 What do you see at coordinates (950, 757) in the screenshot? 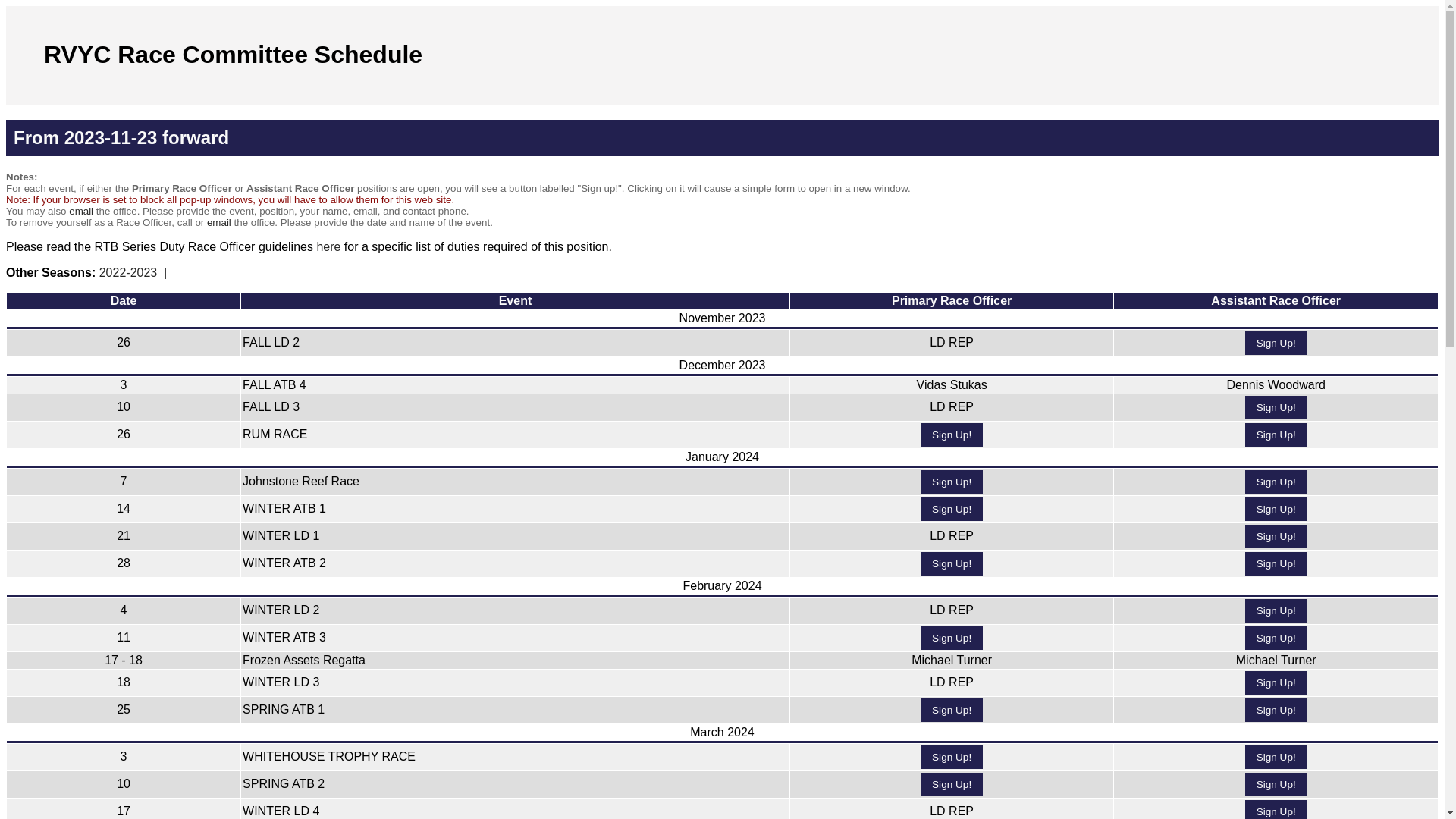
I see `'Sign Up!'` at bounding box center [950, 757].